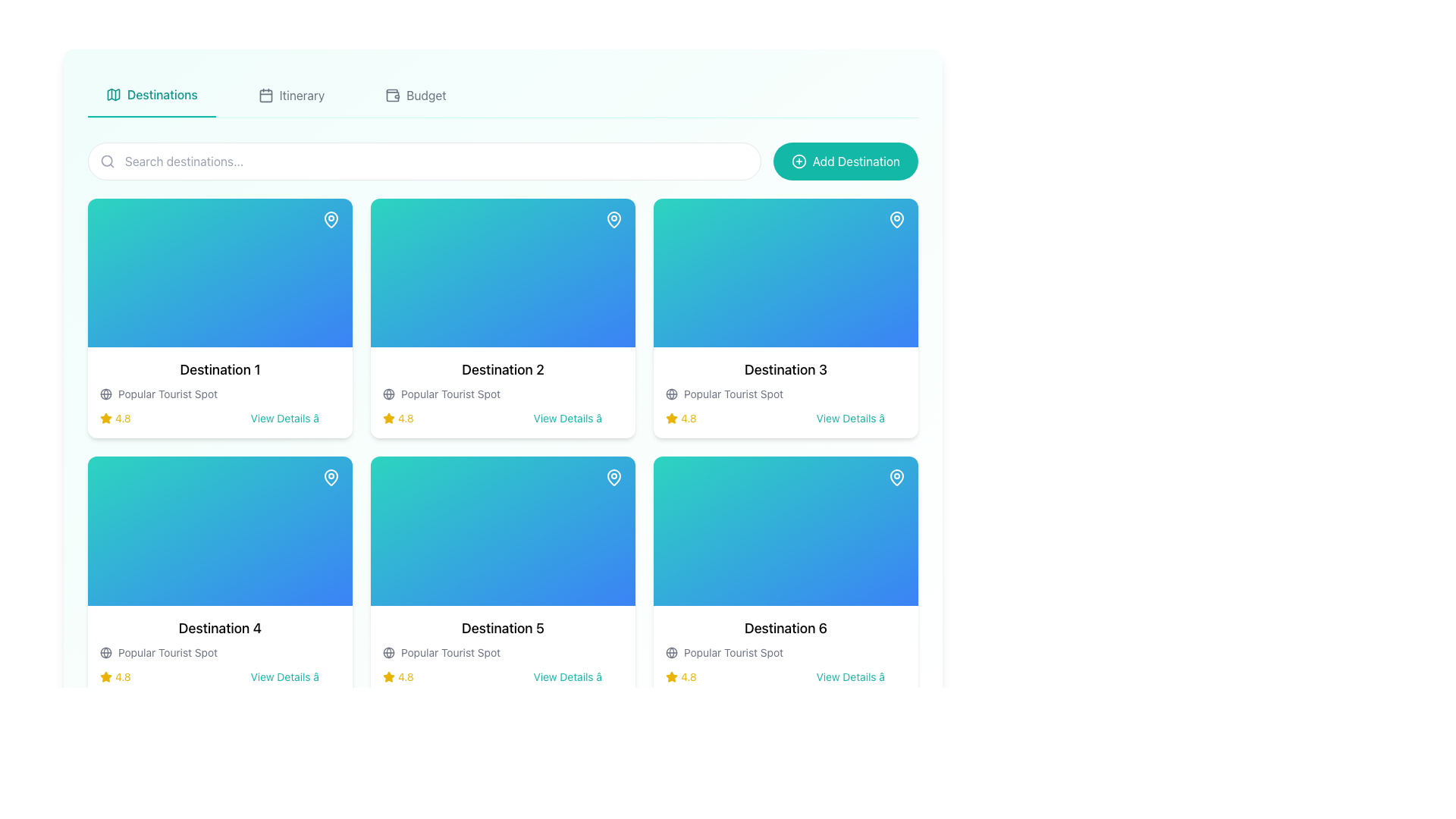  I want to click on the text label 'Popular Tourist Spot' displayed in gray font, which is located in the middle card of the top row in a grid layout of six cards, so click(733, 394).